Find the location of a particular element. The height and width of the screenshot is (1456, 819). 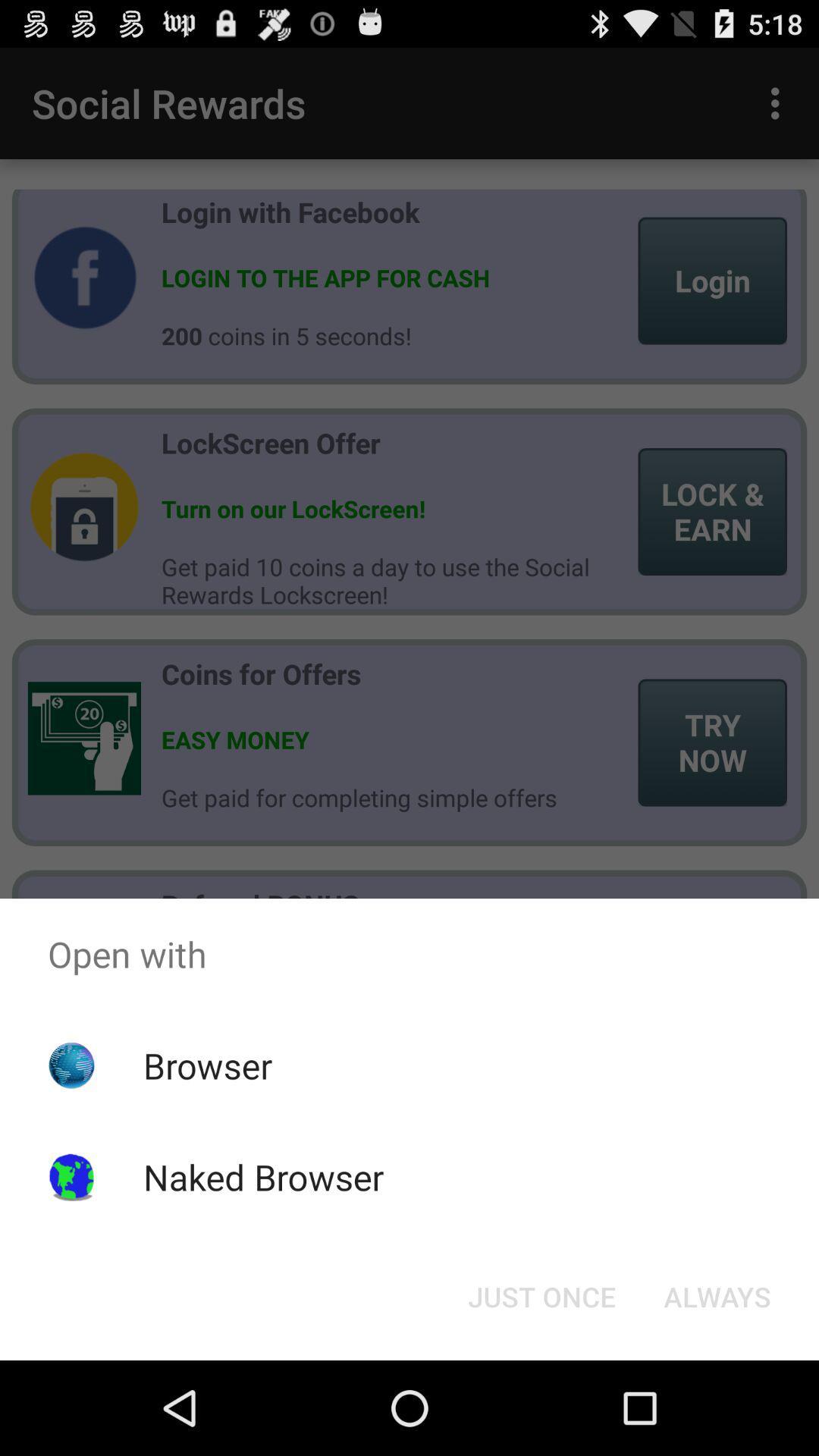

the icon to the left of always item is located at coordinates (541, 1295).